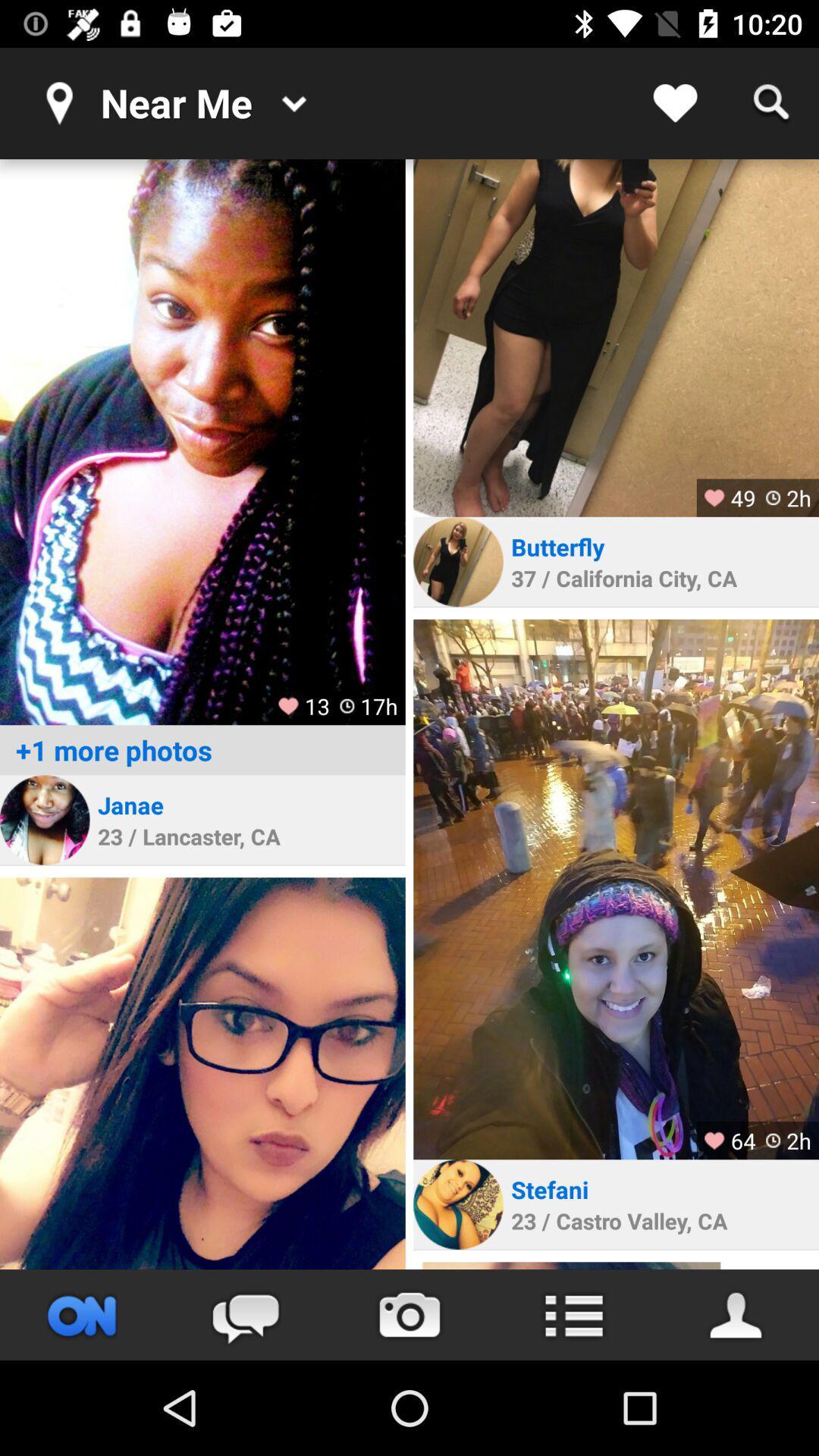 Image resolution: width=819 pixels, height=1456 pixels. Describe the element at coordinates (202, 441) in the screenshot. I see `open profile pics` at that location.